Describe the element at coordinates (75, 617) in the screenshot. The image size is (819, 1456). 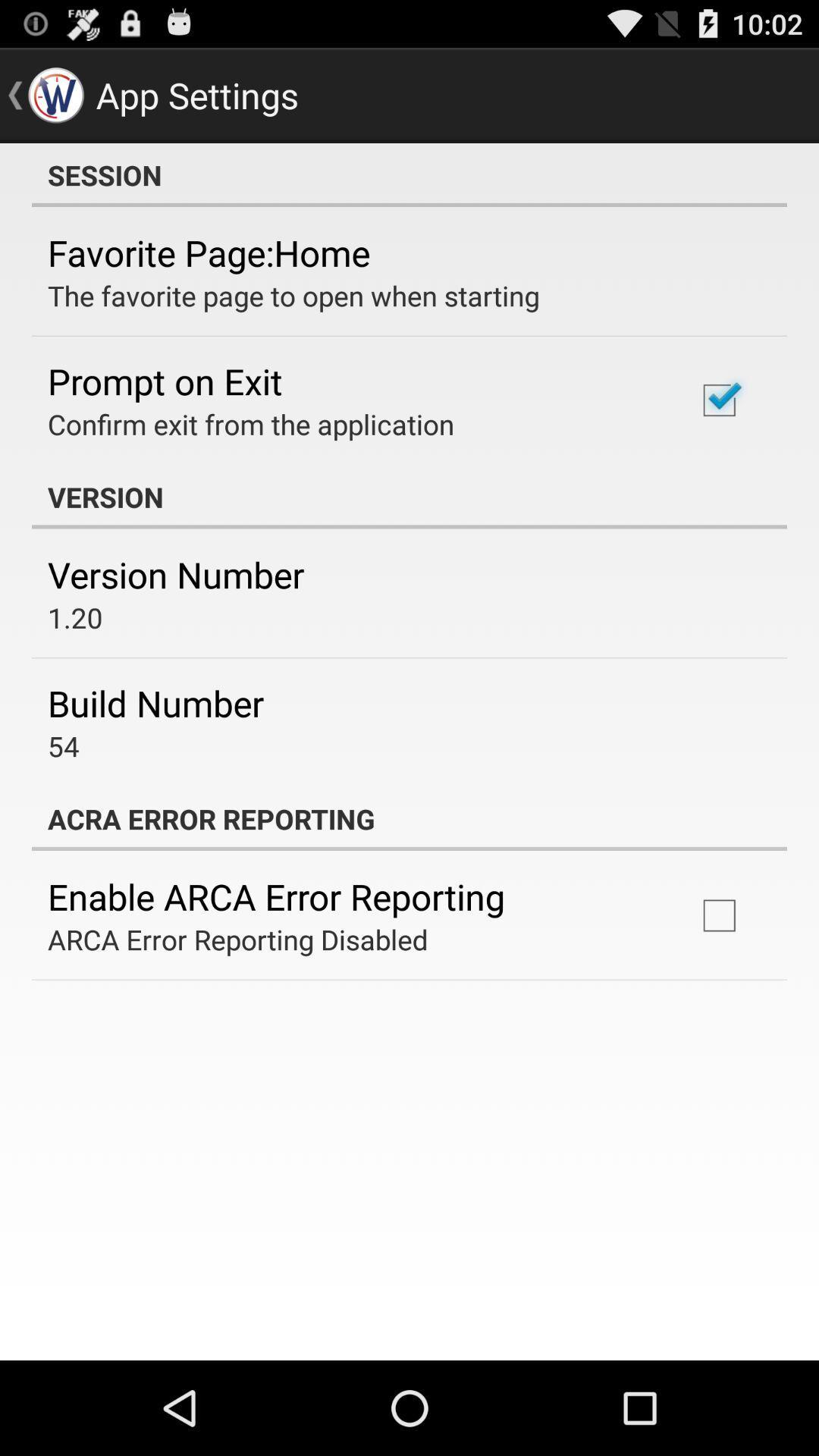
I see `the item below version number icon` at that location.